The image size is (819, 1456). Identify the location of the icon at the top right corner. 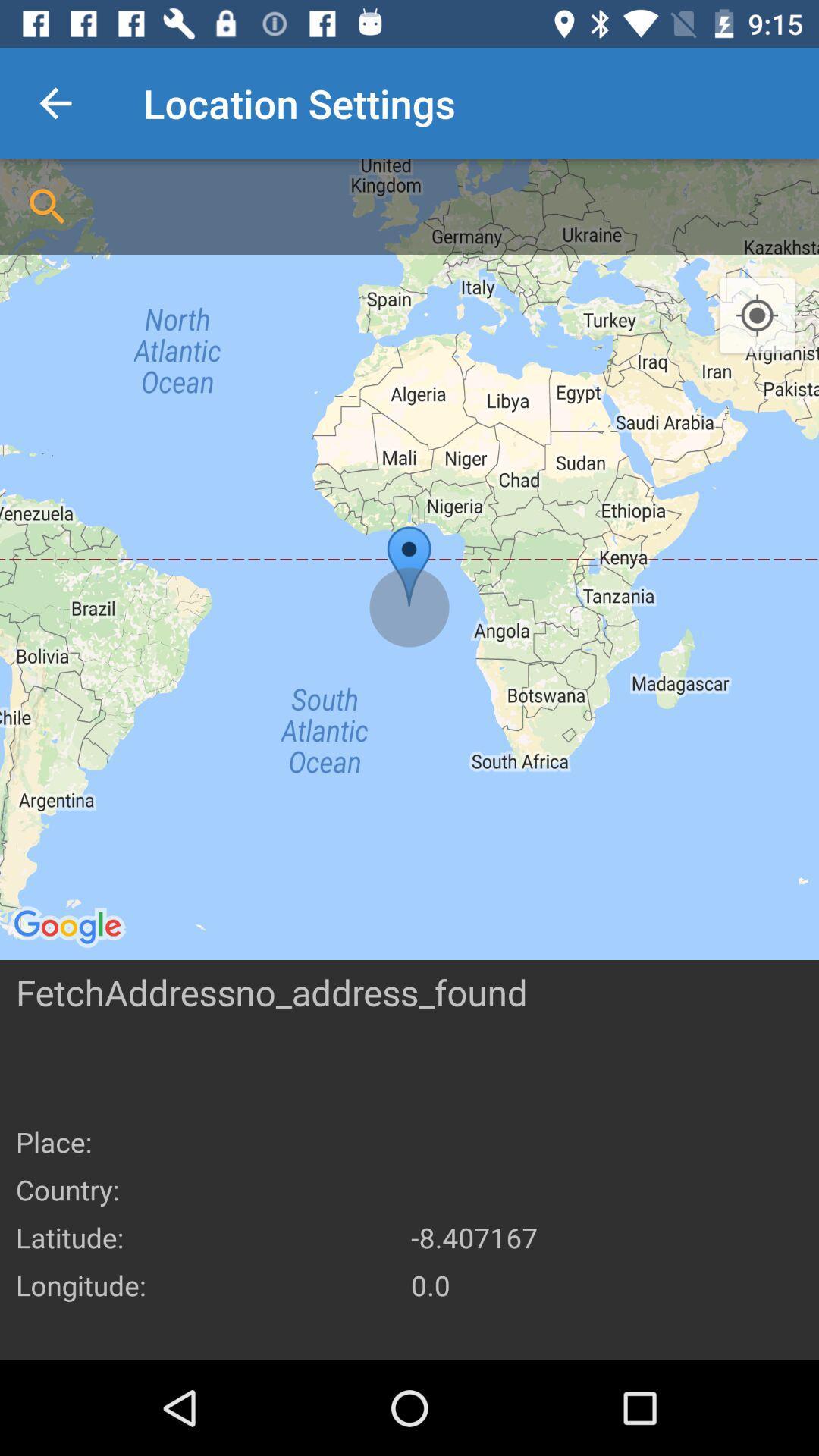
(757, 315).